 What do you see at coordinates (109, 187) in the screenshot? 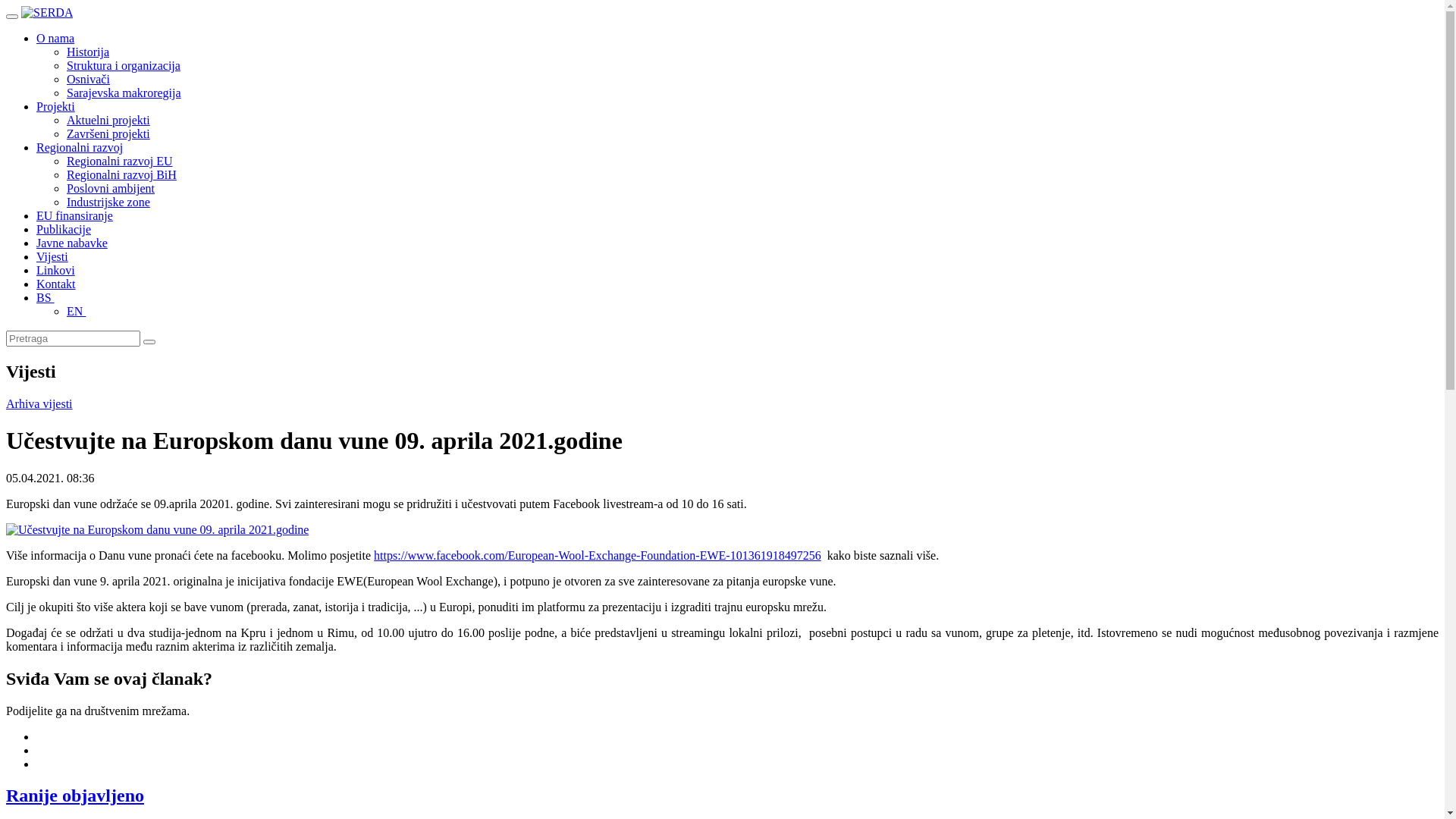
I see `'Poslovni ambijent'` at bounding box center [109, 187].